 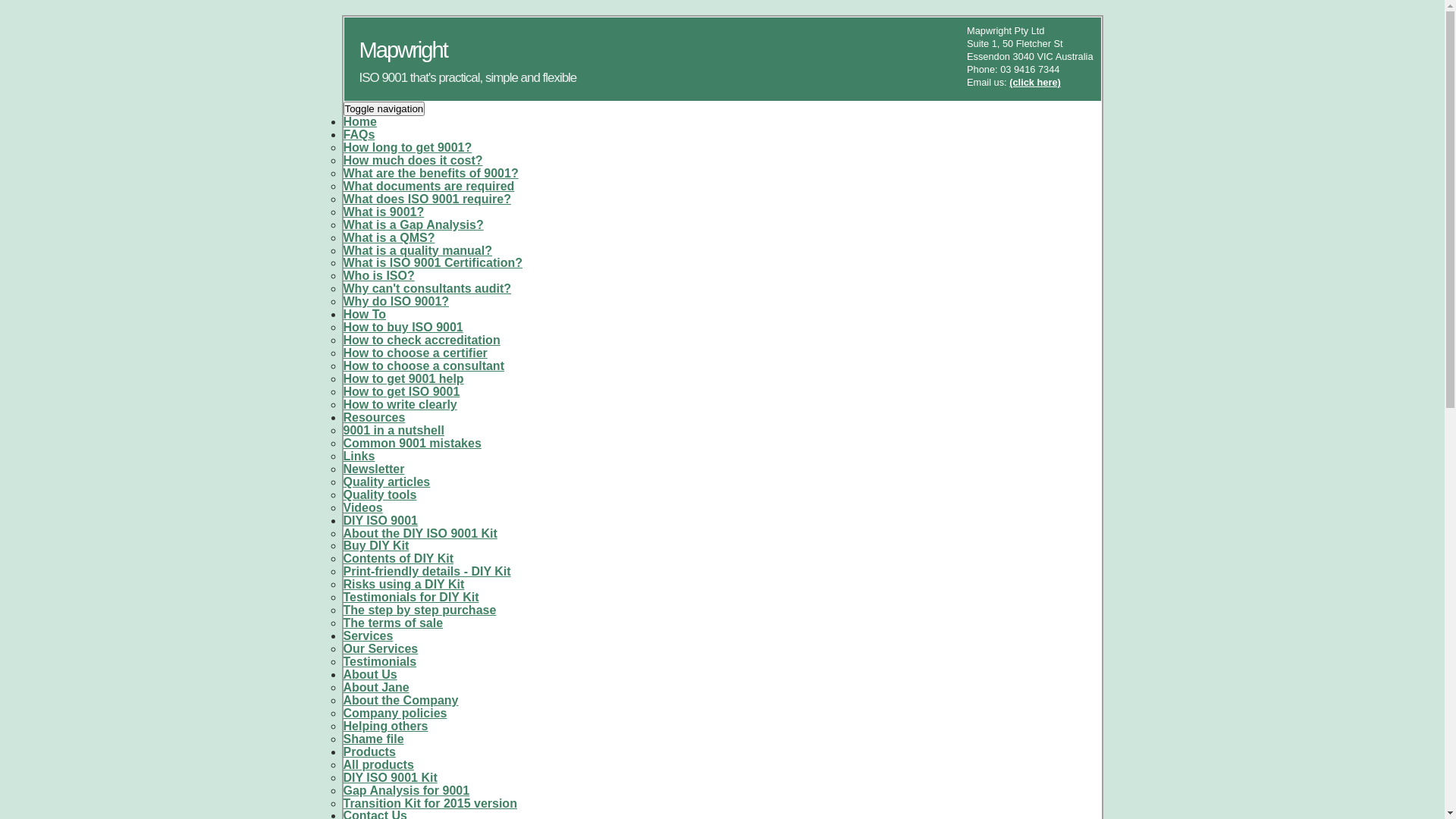 What do you see at coordinates (341, 224) in the screenshot?
I see `'What is a Gap Analysis?'` at bounding box center [341, 224].